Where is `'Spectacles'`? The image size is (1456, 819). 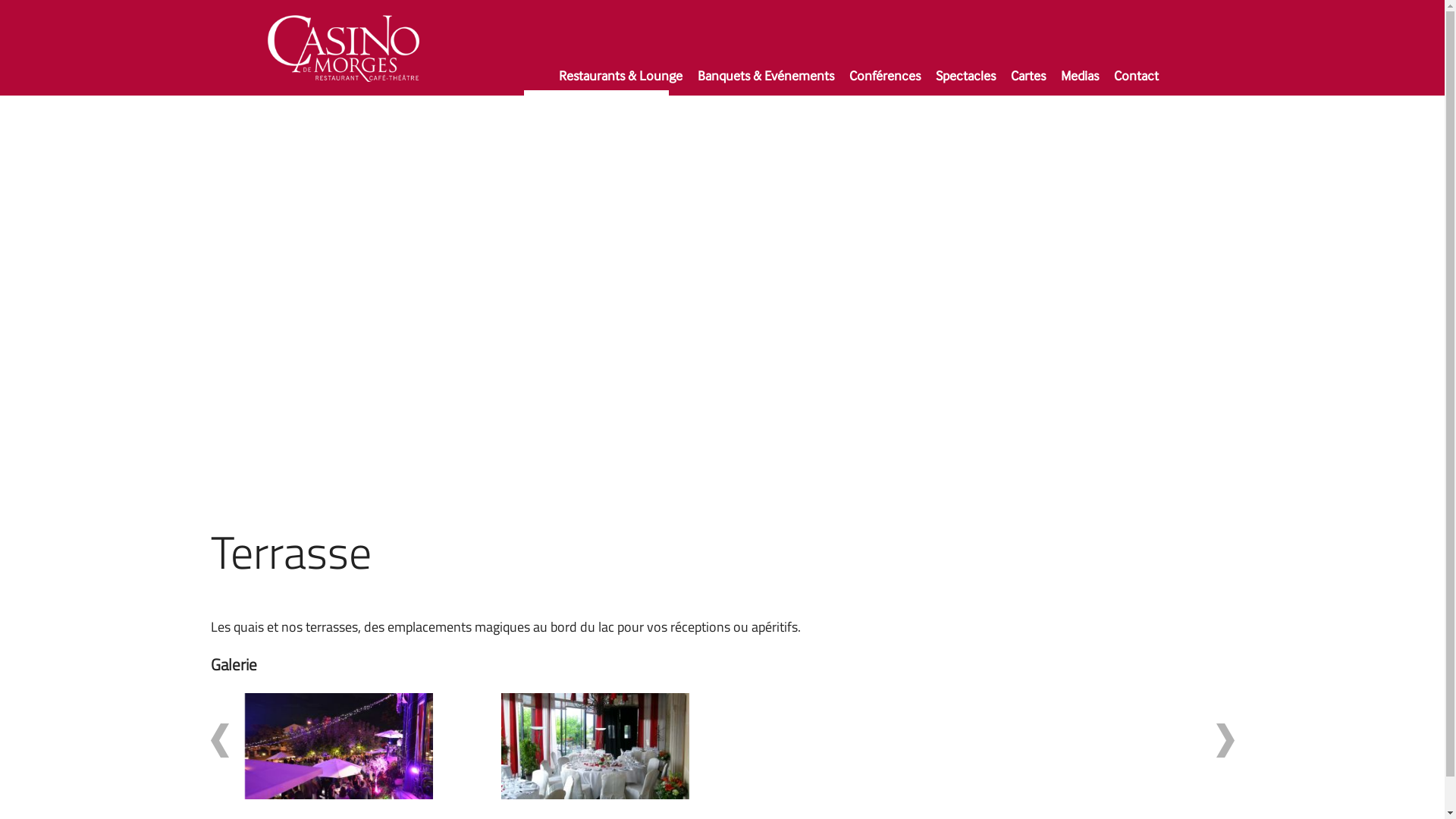
'Spectacles' is located at coordinates (928, 82).